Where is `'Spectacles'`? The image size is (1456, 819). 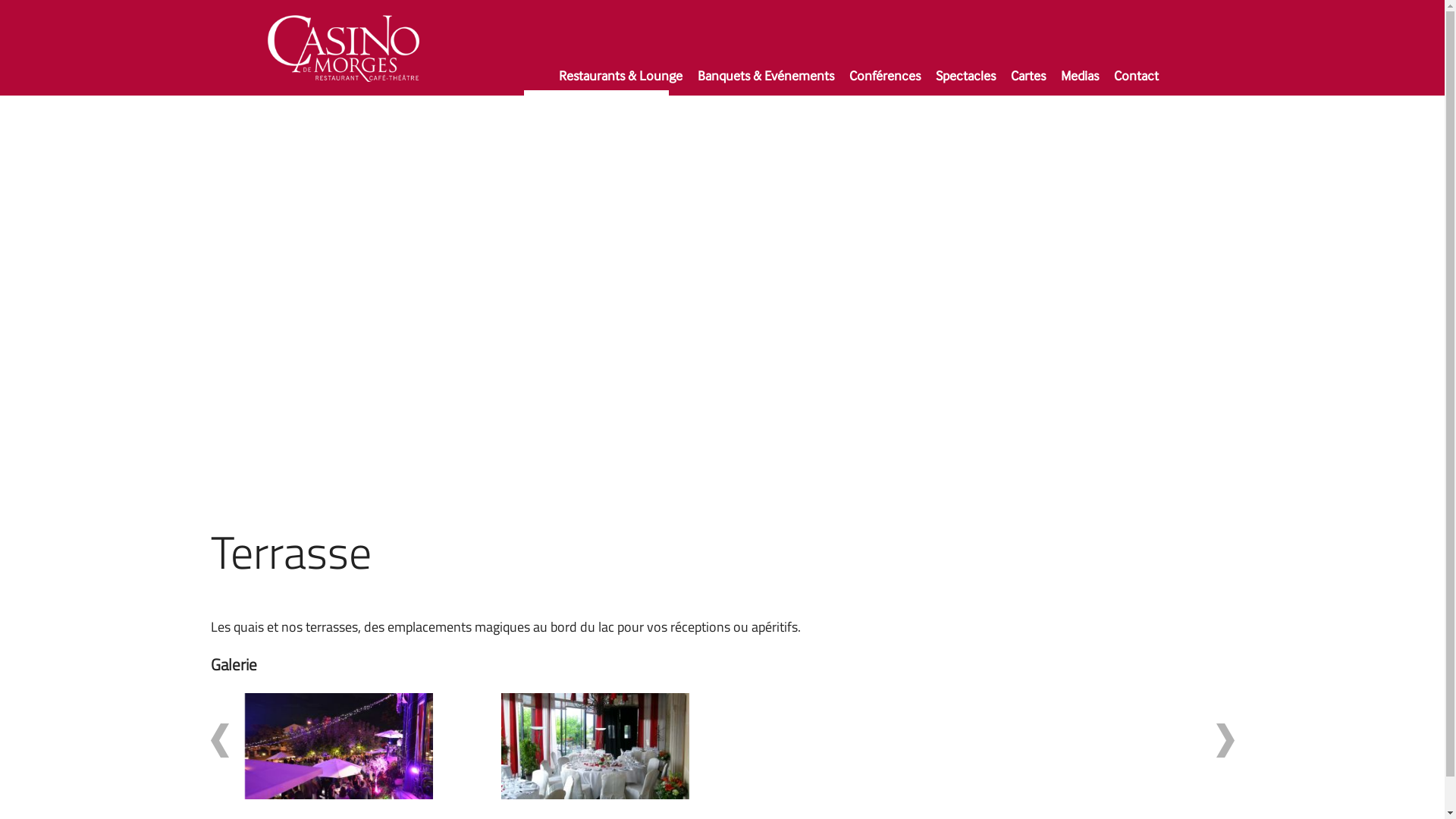
'Spectacles' is located at coordinates (928, 82).